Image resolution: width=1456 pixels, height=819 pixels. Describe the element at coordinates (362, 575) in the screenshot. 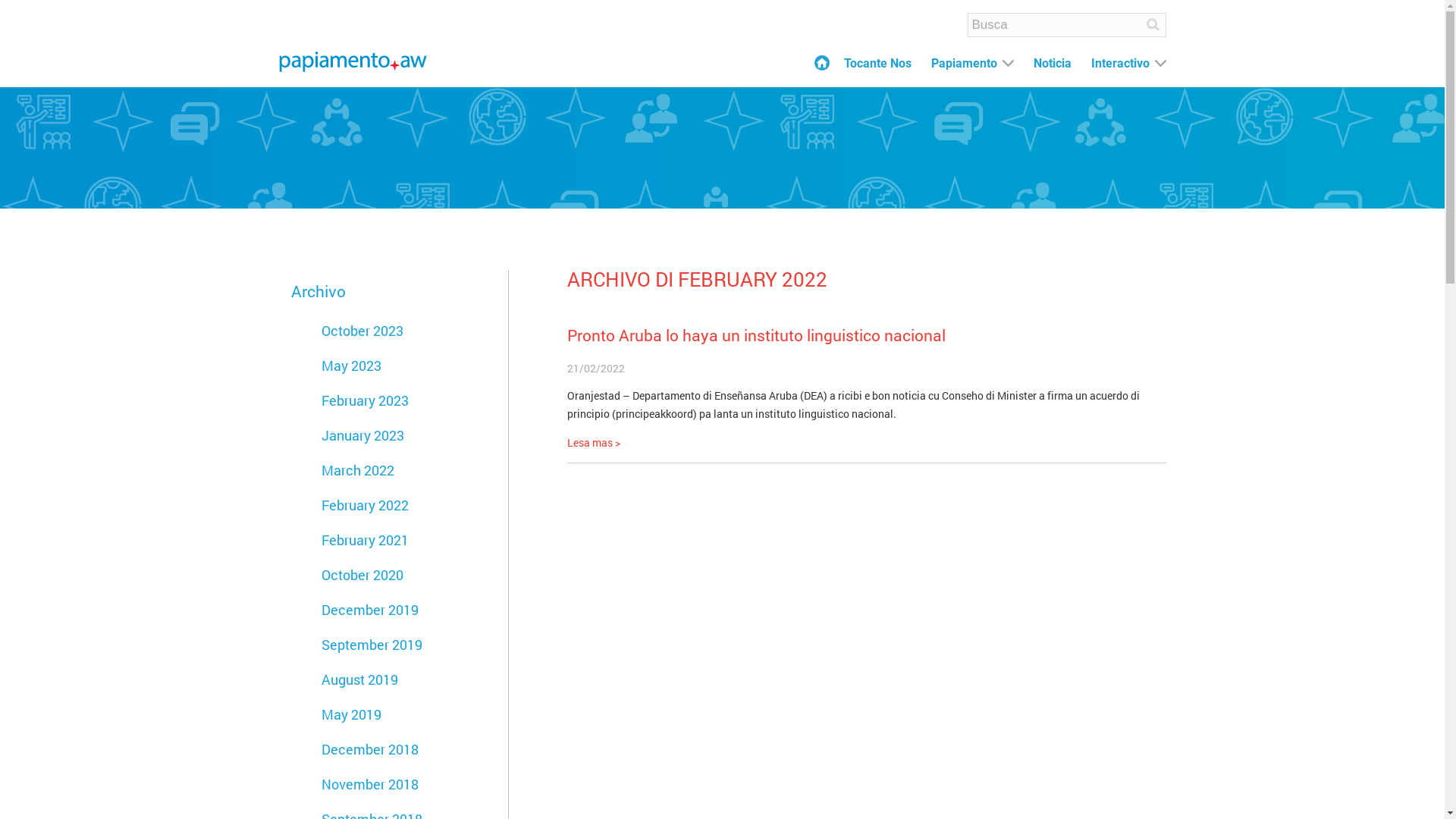

I see `'October 2020'` at that location.